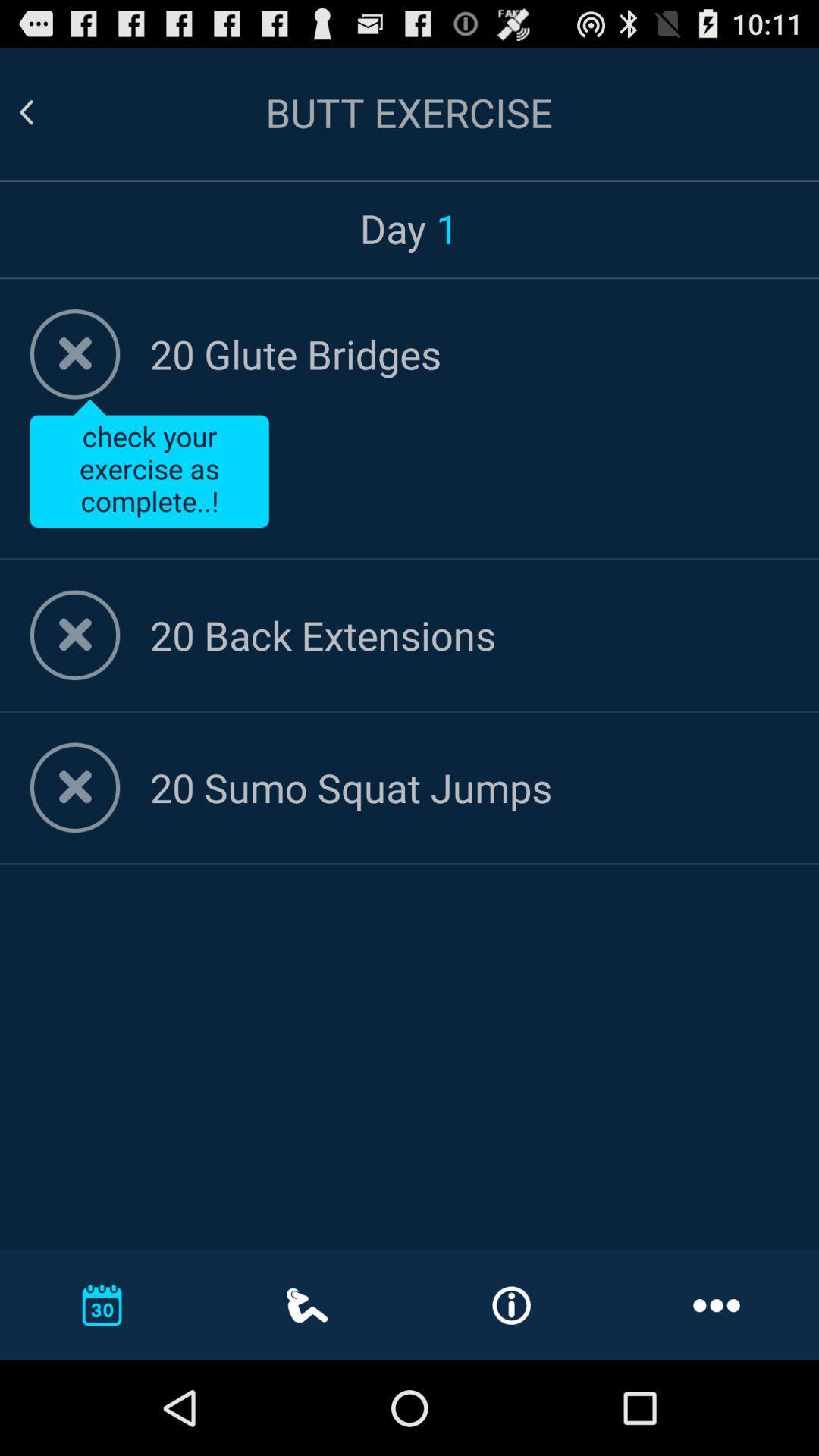 The height and width of the screenshot is (1456, 819). I want to click on check the sumo squat complete, so click(75, 787).